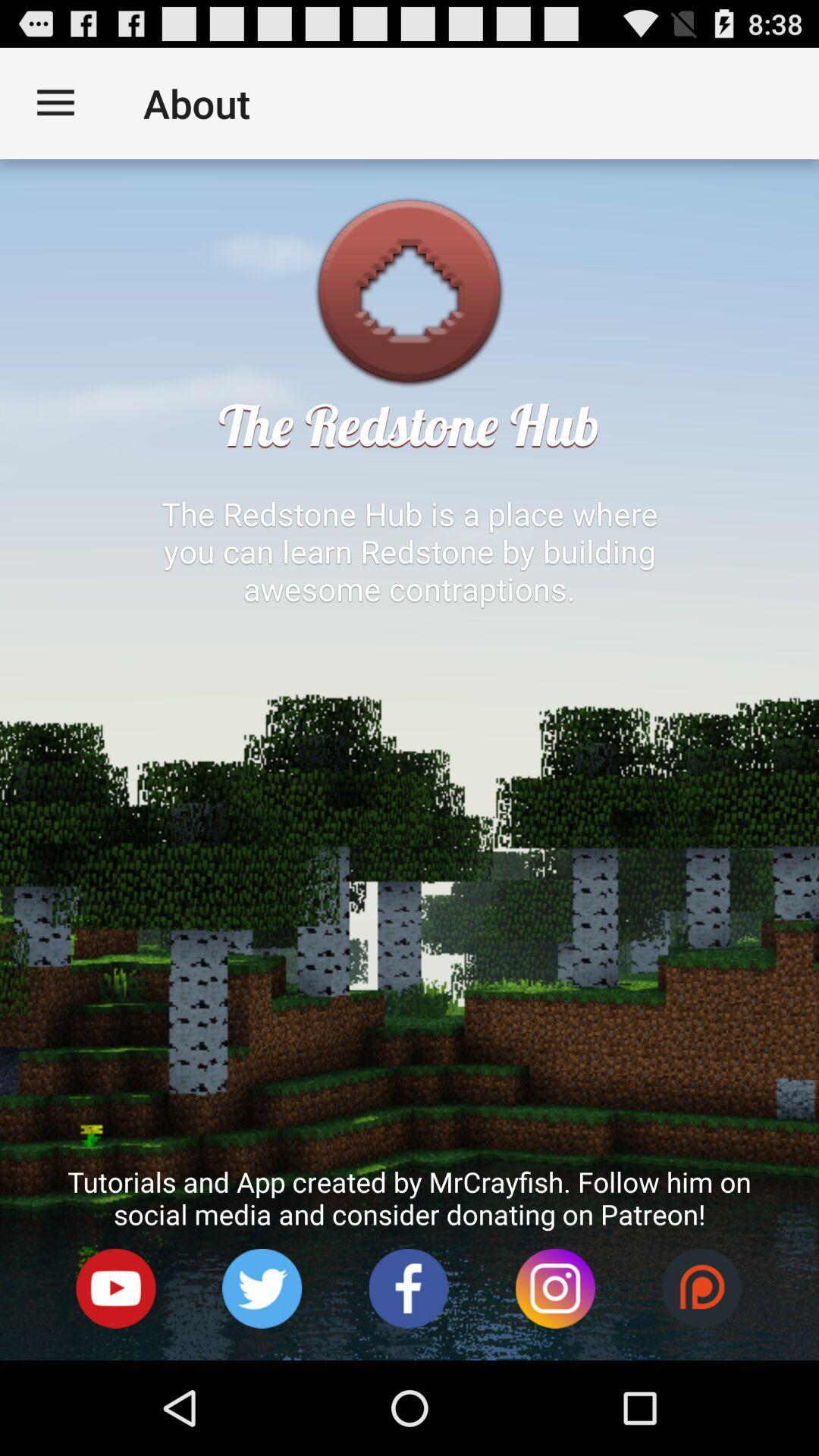 Image resolution: width=819 pixels, height=1456 pixels. What do you see at coordinates (115, 1288) in the screenshot?
I see `the item below tutorials and app` at bounding box center [115, 1288].